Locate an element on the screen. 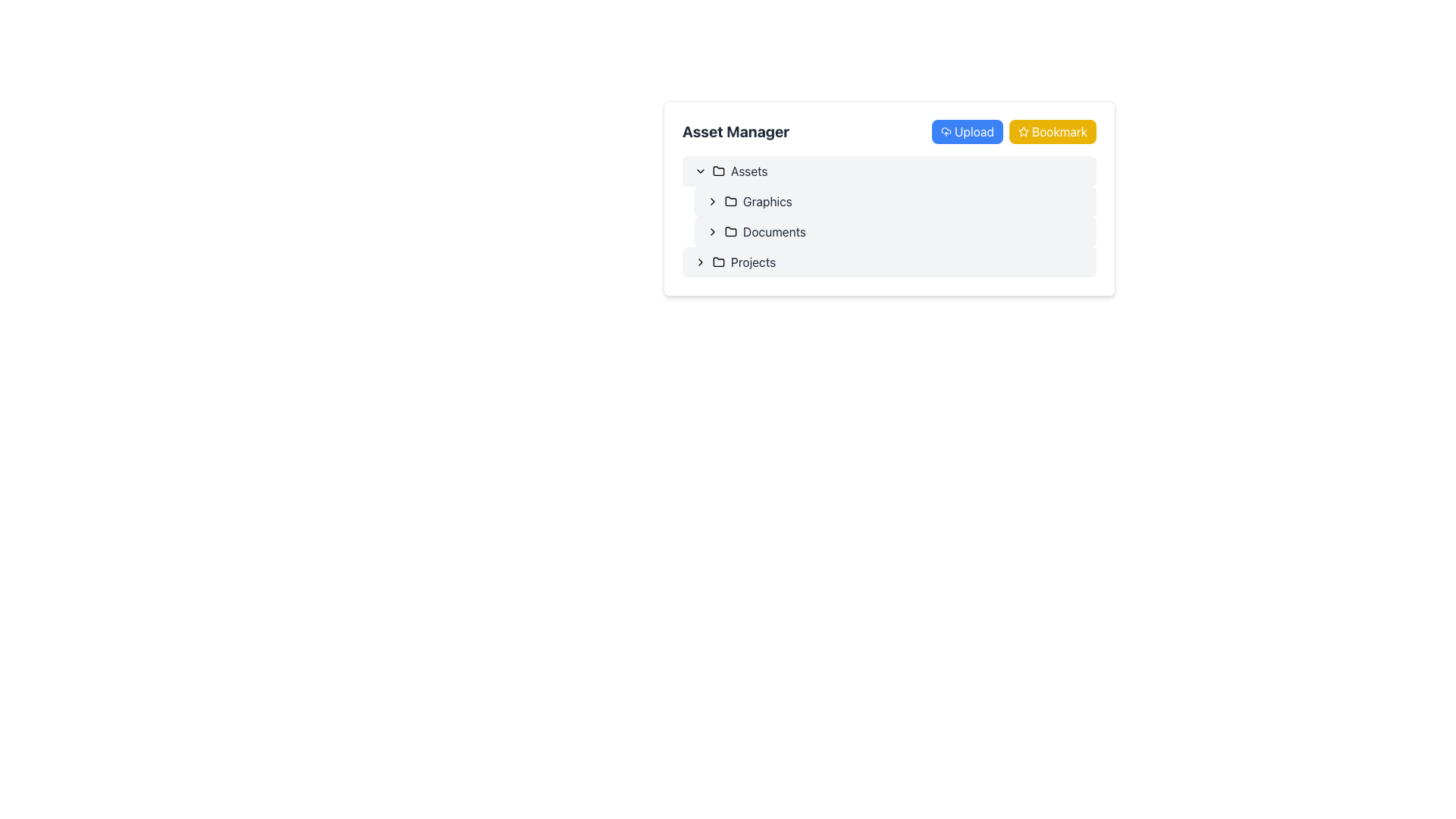 This screenshot has height=819, width=1456. the folder icon representing the 'Projects' item in the Asset Manager interface is located at coordinates (718, 260).